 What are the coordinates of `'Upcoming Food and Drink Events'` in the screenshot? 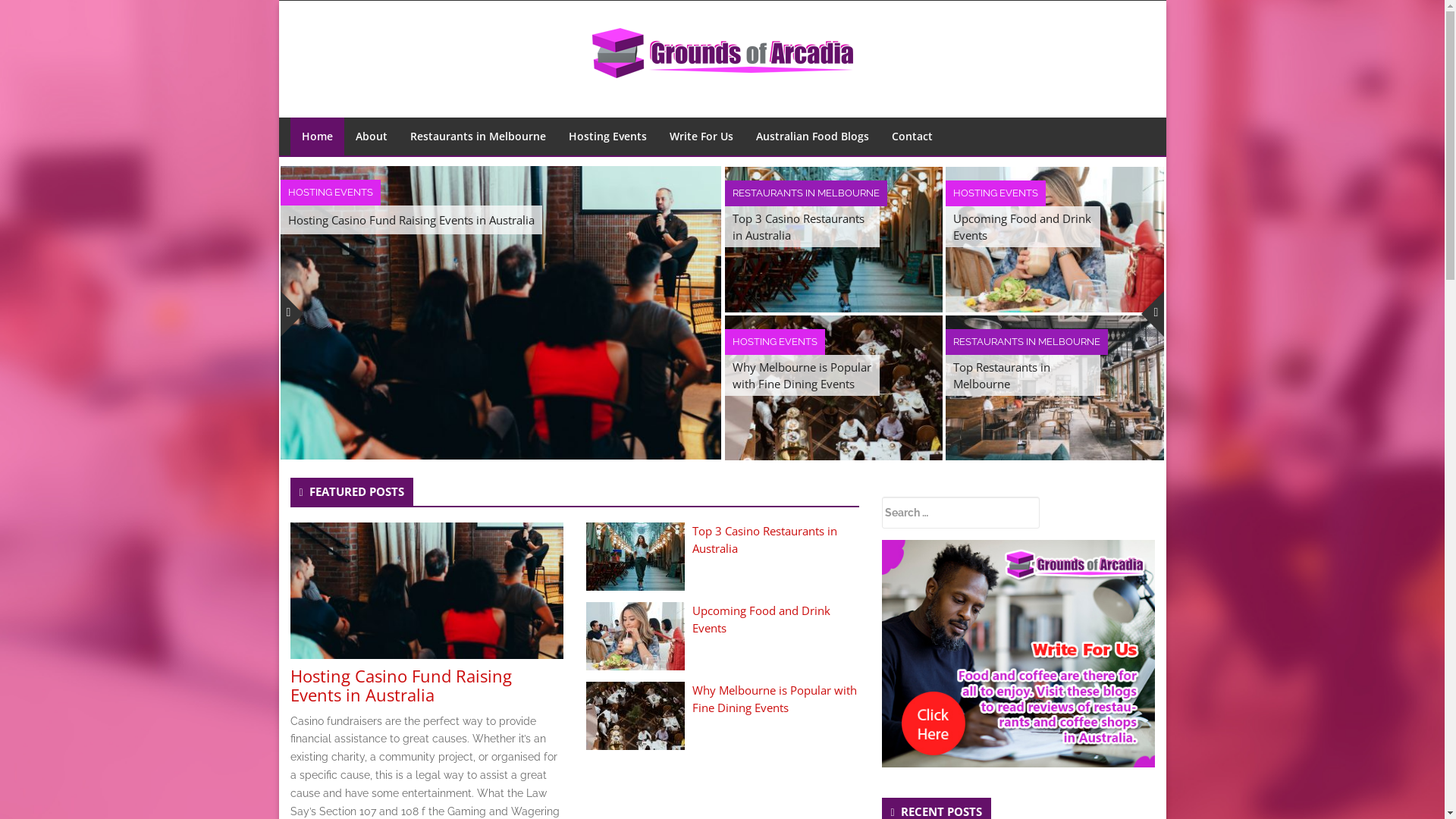 It's located at (945, 239).